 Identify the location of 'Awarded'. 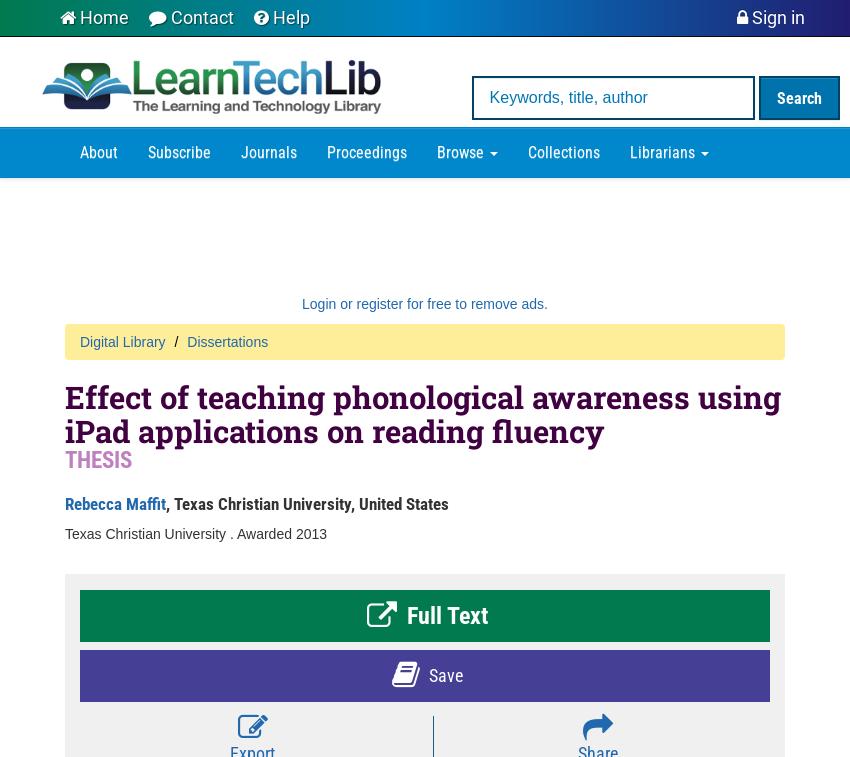
(264, 533).